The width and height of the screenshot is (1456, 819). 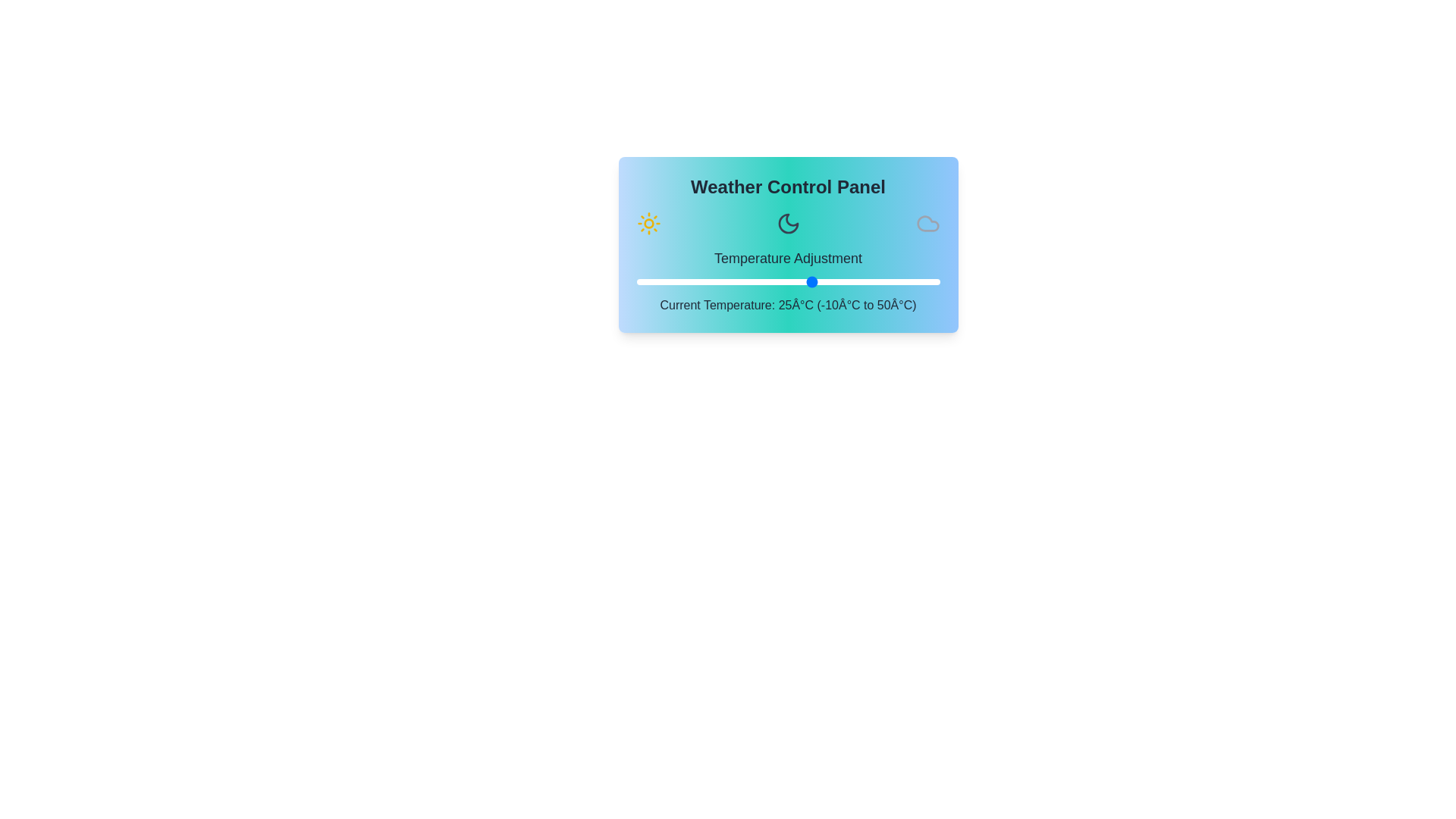 I want to click on the moon icon to interact with it, so click(x=788, y=223).